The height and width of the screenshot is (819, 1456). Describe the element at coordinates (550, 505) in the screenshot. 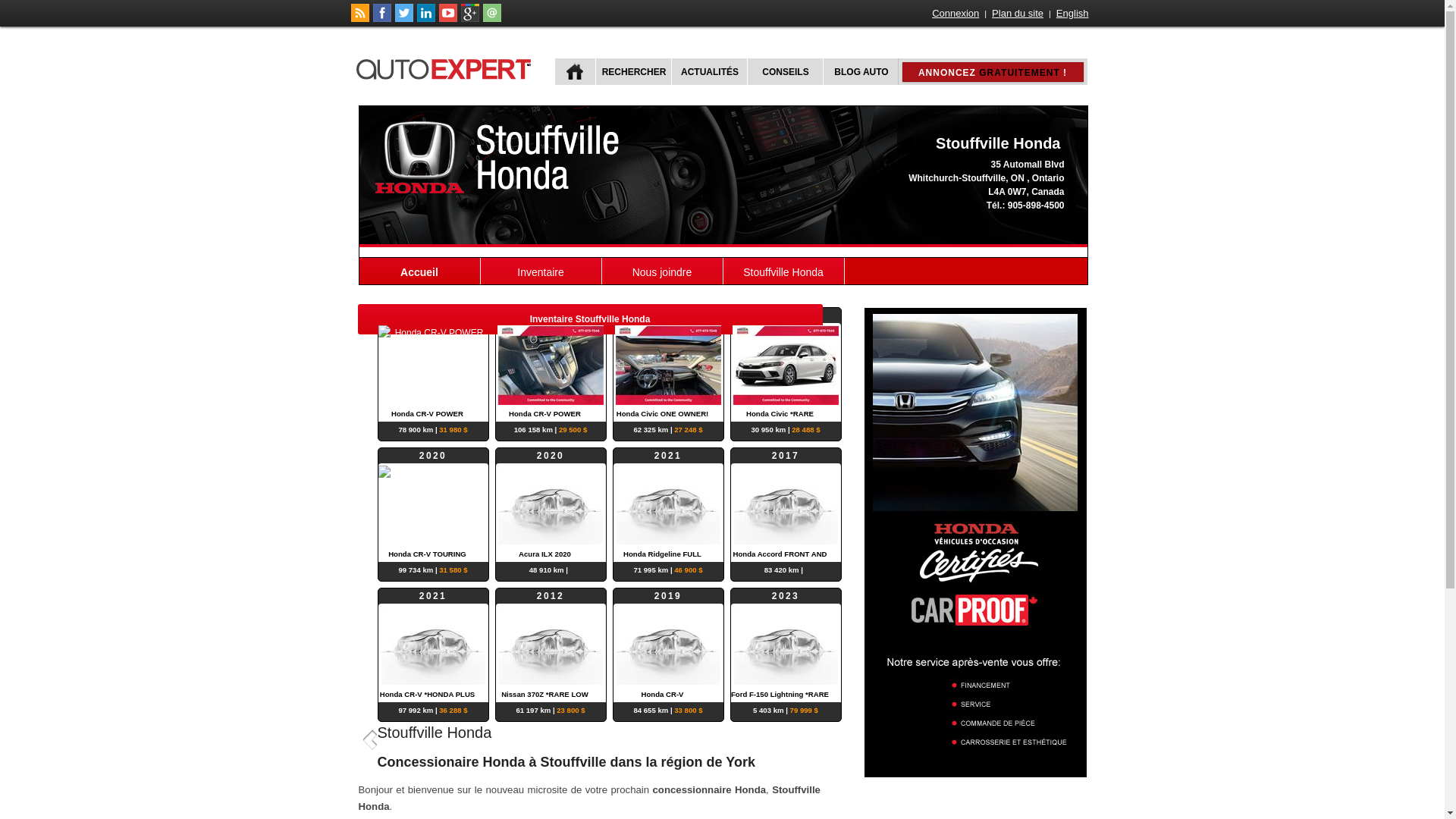

I see `'2020` at that location.